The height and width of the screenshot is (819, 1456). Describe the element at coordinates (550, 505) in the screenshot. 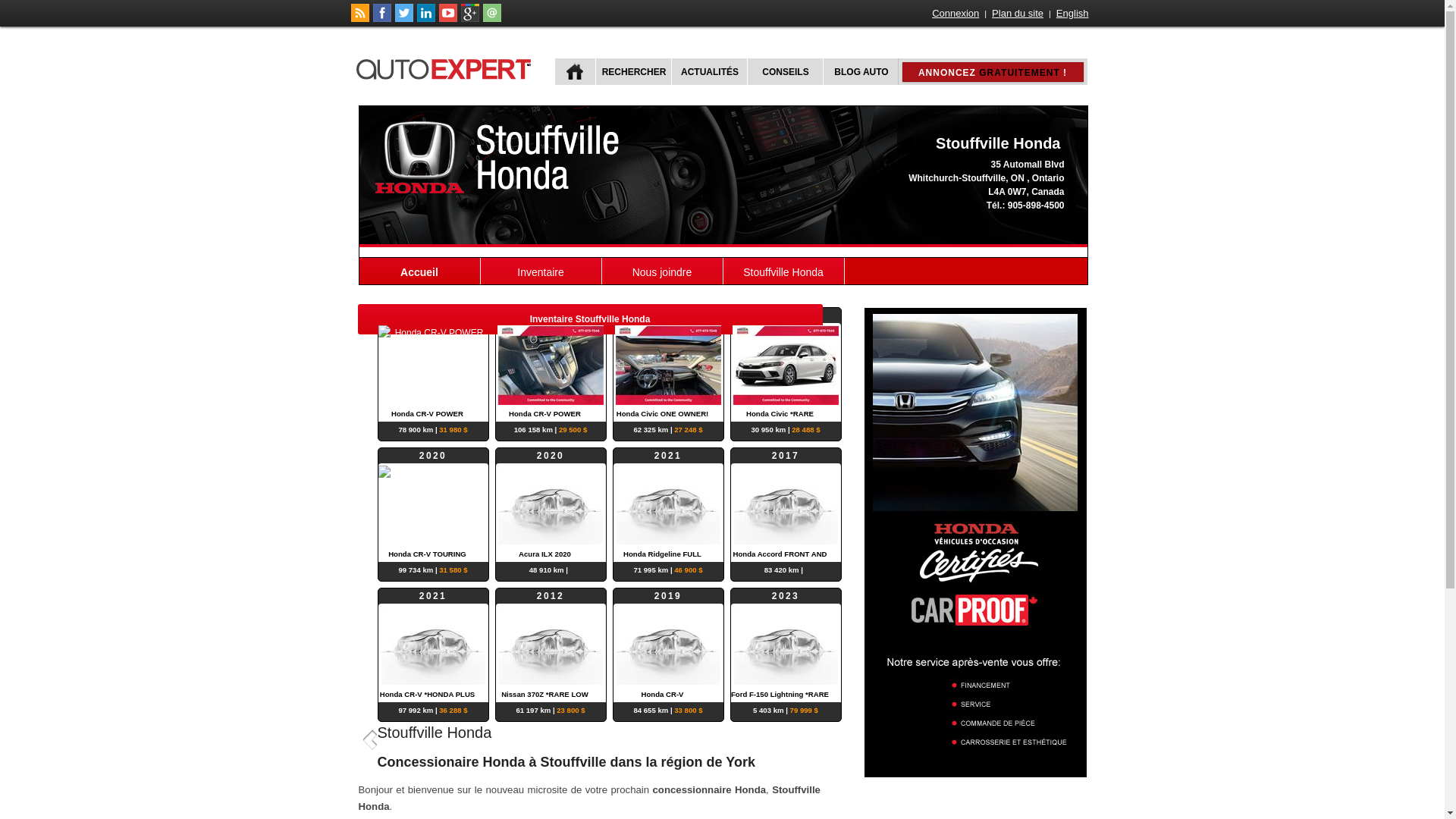

I see `'2020` at that location.